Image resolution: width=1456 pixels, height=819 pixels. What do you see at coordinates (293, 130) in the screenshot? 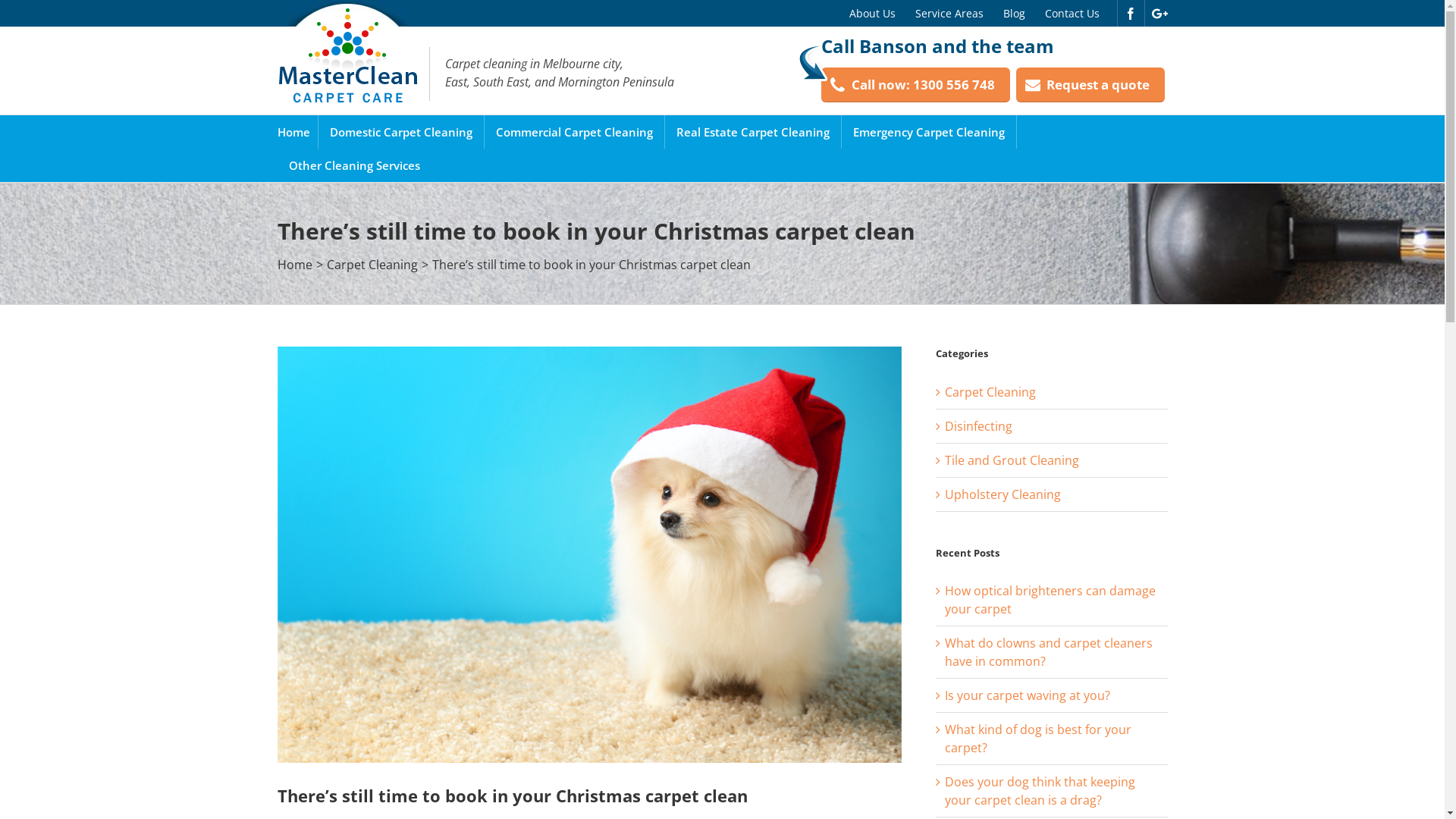
I see `'Home'` at bounding box center [293, 130].